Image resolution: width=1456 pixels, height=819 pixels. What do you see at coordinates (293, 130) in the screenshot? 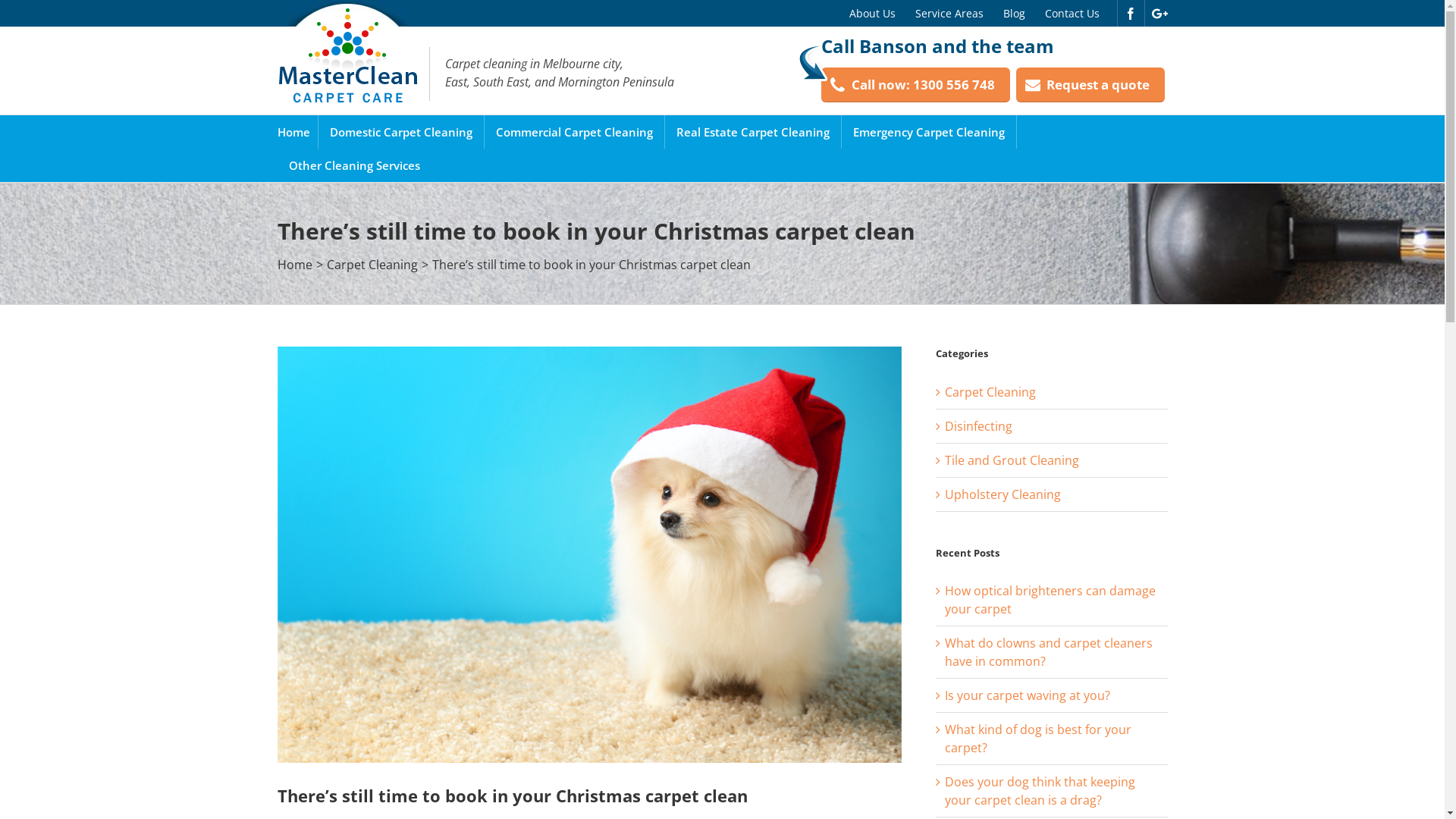
I see `'Home'` at bounding box center [293, 130].